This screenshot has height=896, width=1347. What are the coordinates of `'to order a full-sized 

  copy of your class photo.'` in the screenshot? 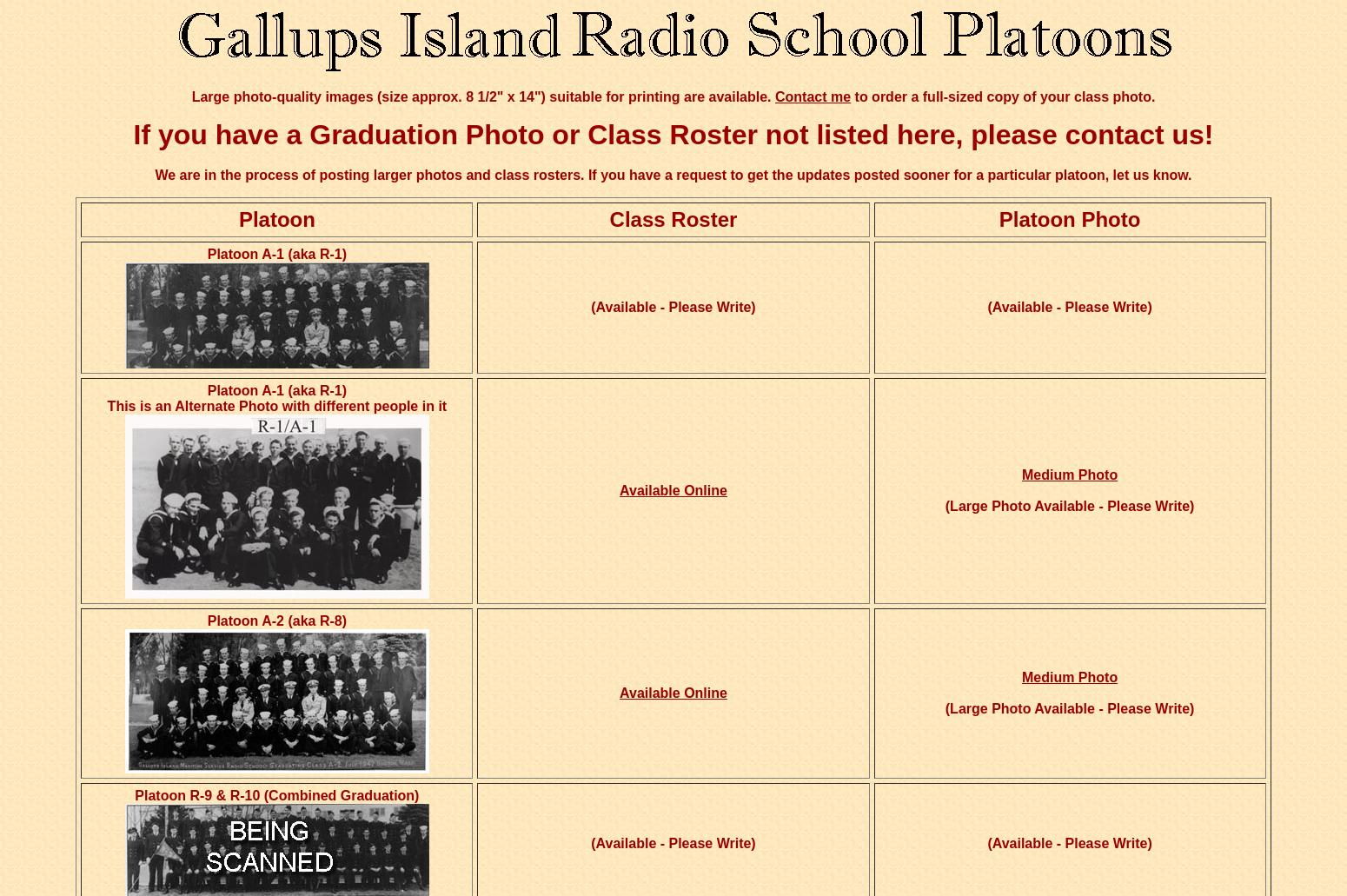 It's located at (1001, 96).